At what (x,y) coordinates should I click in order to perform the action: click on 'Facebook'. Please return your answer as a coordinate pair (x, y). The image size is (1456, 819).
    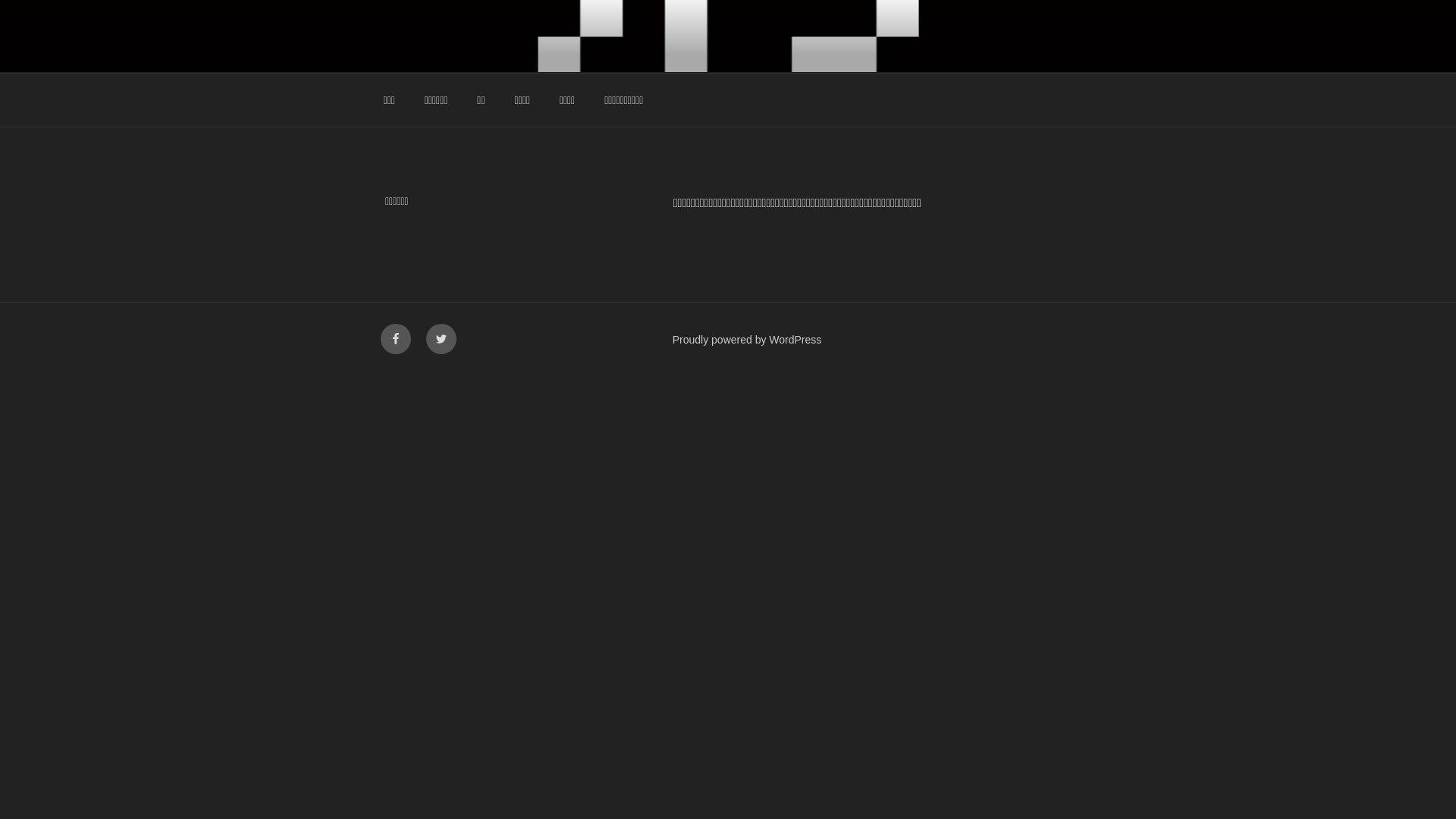
    Looking at the image, I should click on (396, 338).